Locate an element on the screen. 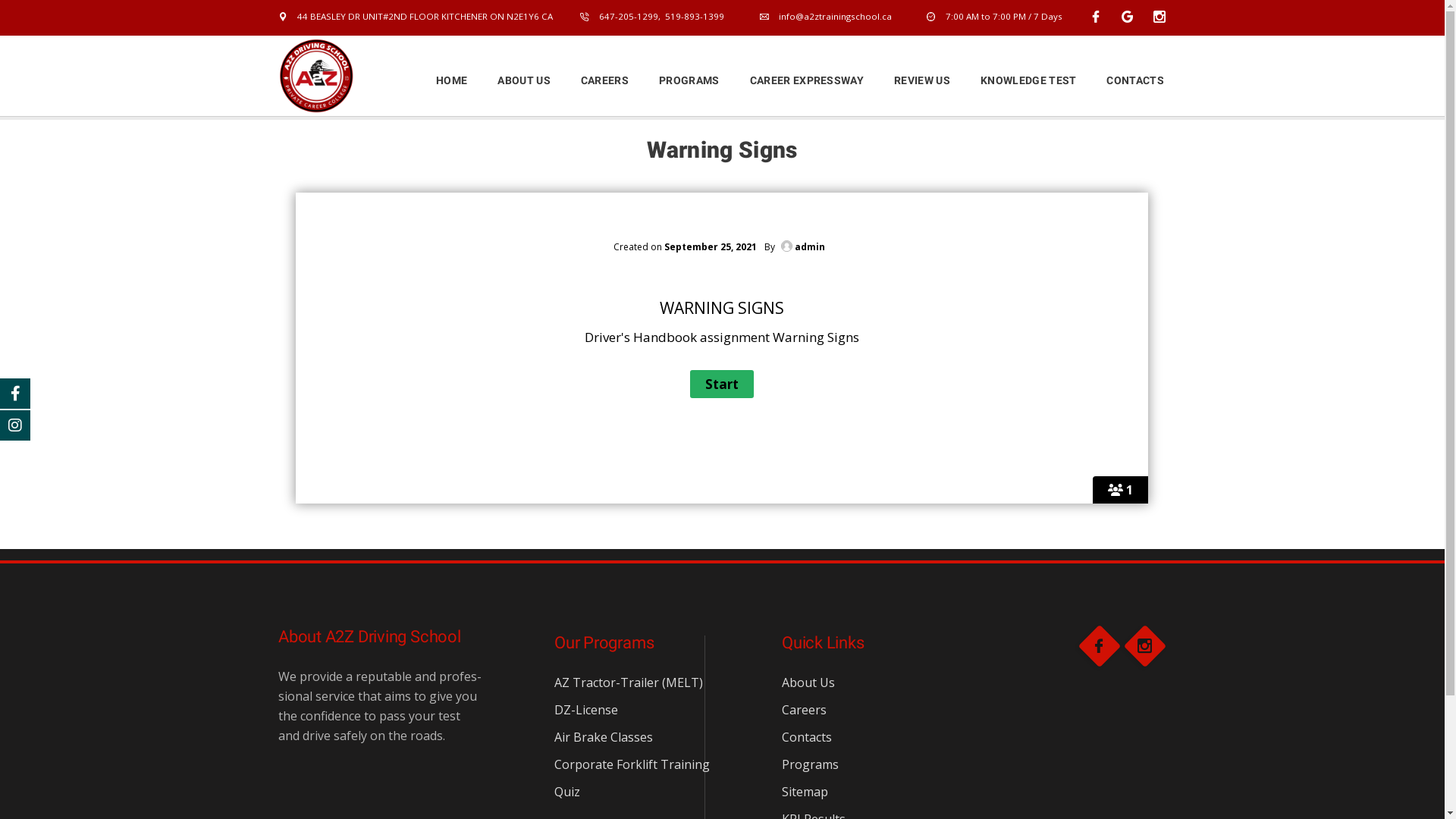 The width and height of the screenshot is (1456, 819). 'Quiz' is located at coordinates (566, 791).